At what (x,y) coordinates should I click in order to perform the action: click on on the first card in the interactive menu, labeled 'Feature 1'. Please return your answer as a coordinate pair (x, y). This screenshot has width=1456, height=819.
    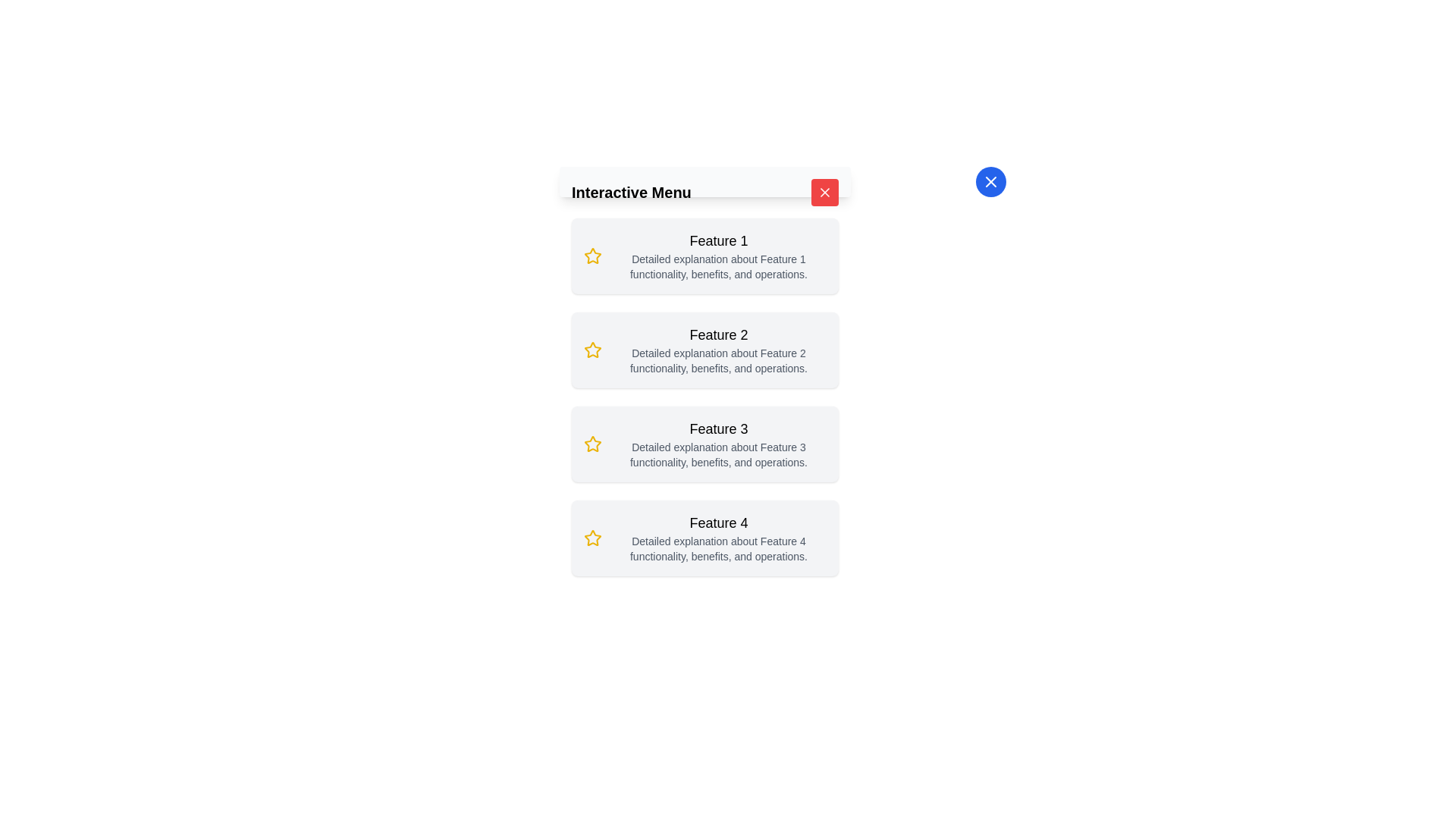
    Looking at the image, I should click on (704, 256).